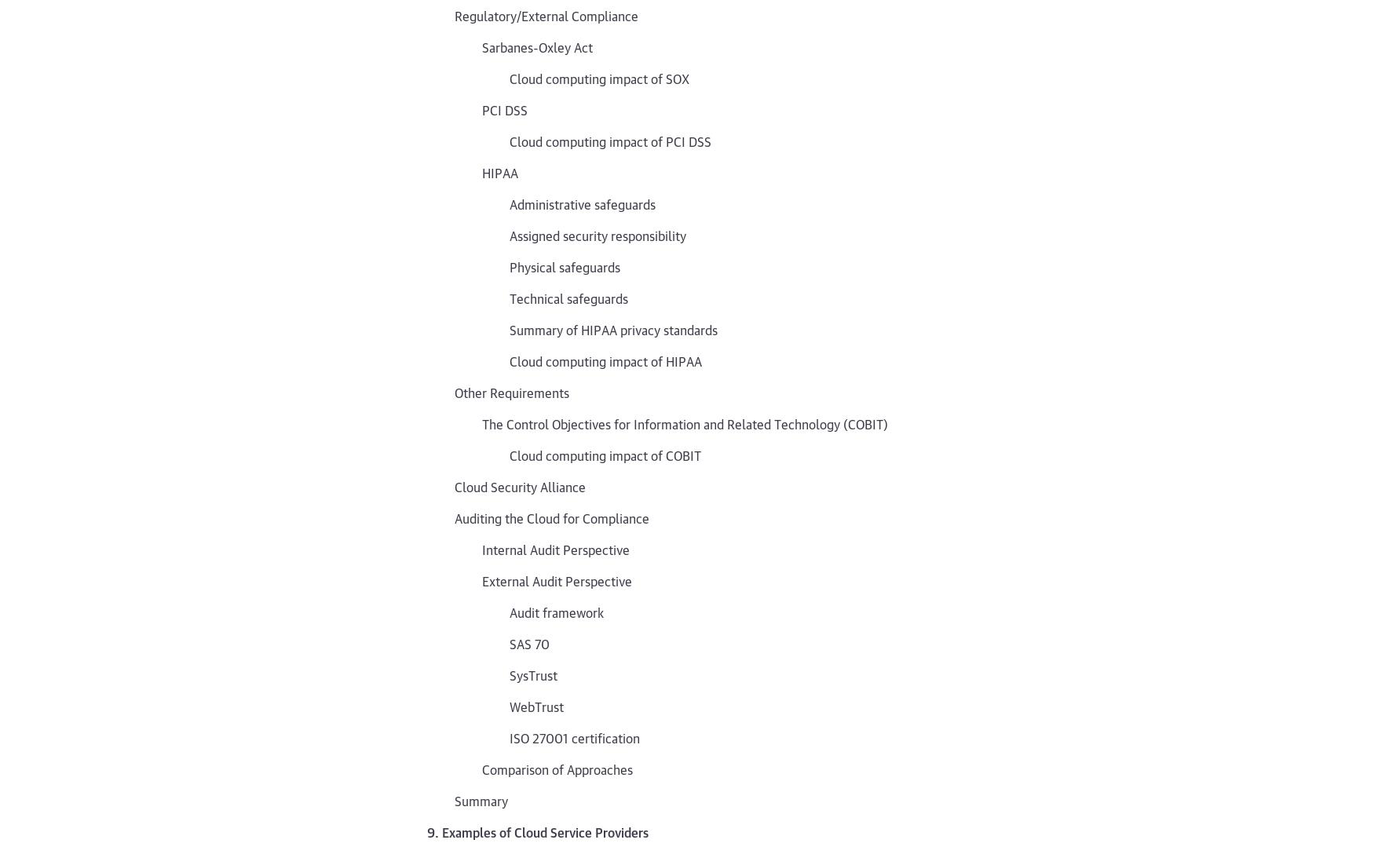  Describe the element at coordinates (453, 517) in the screenshot. I see `'Auditing the Cloud for Compliance'` at that location.